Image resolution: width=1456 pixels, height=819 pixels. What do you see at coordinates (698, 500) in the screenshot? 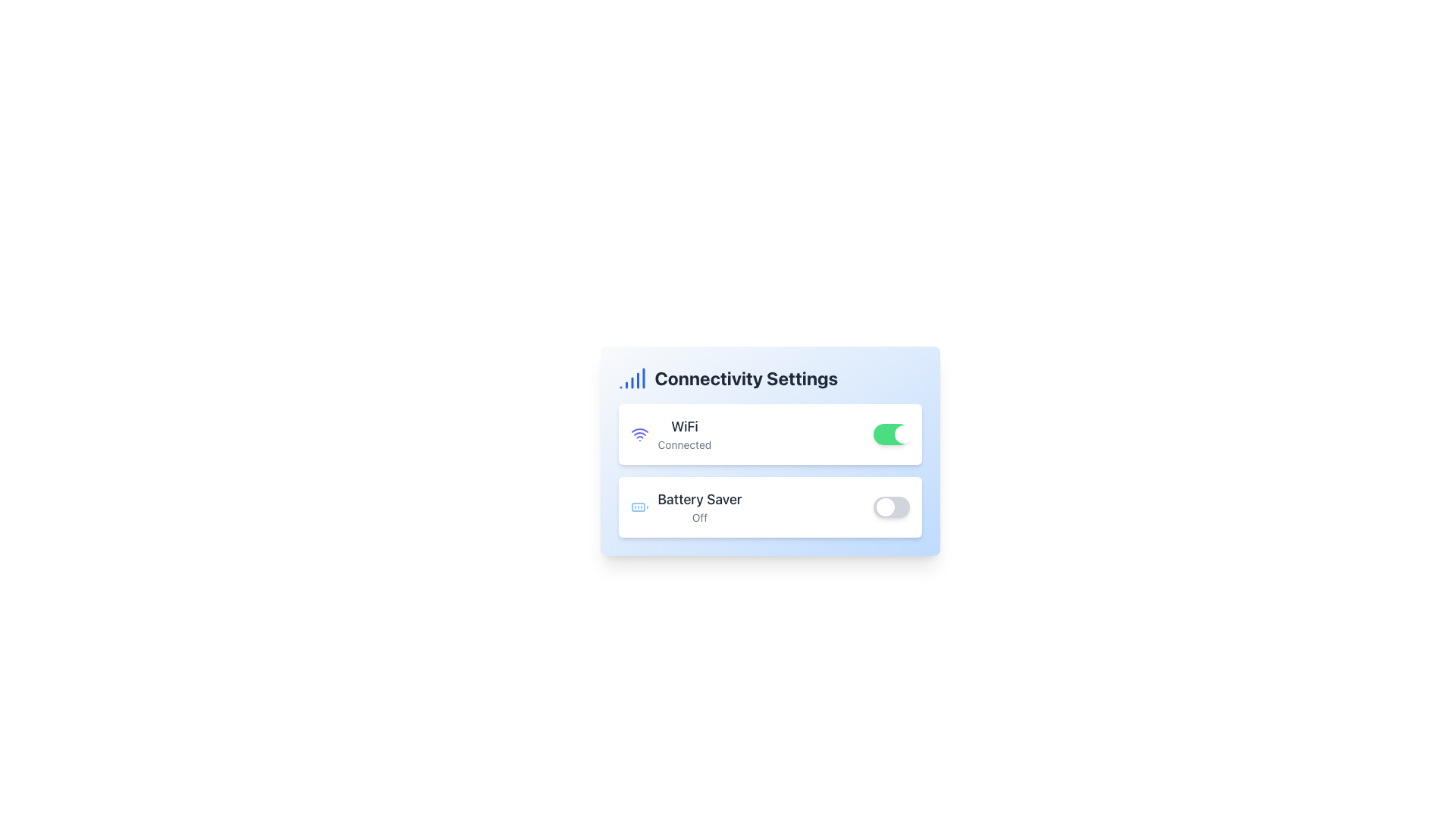
I see `the 'Battery Saver' static text label, which is displayed in dark gray on a light blue card outlining connectivity settings` at bounding box center [698, 500].